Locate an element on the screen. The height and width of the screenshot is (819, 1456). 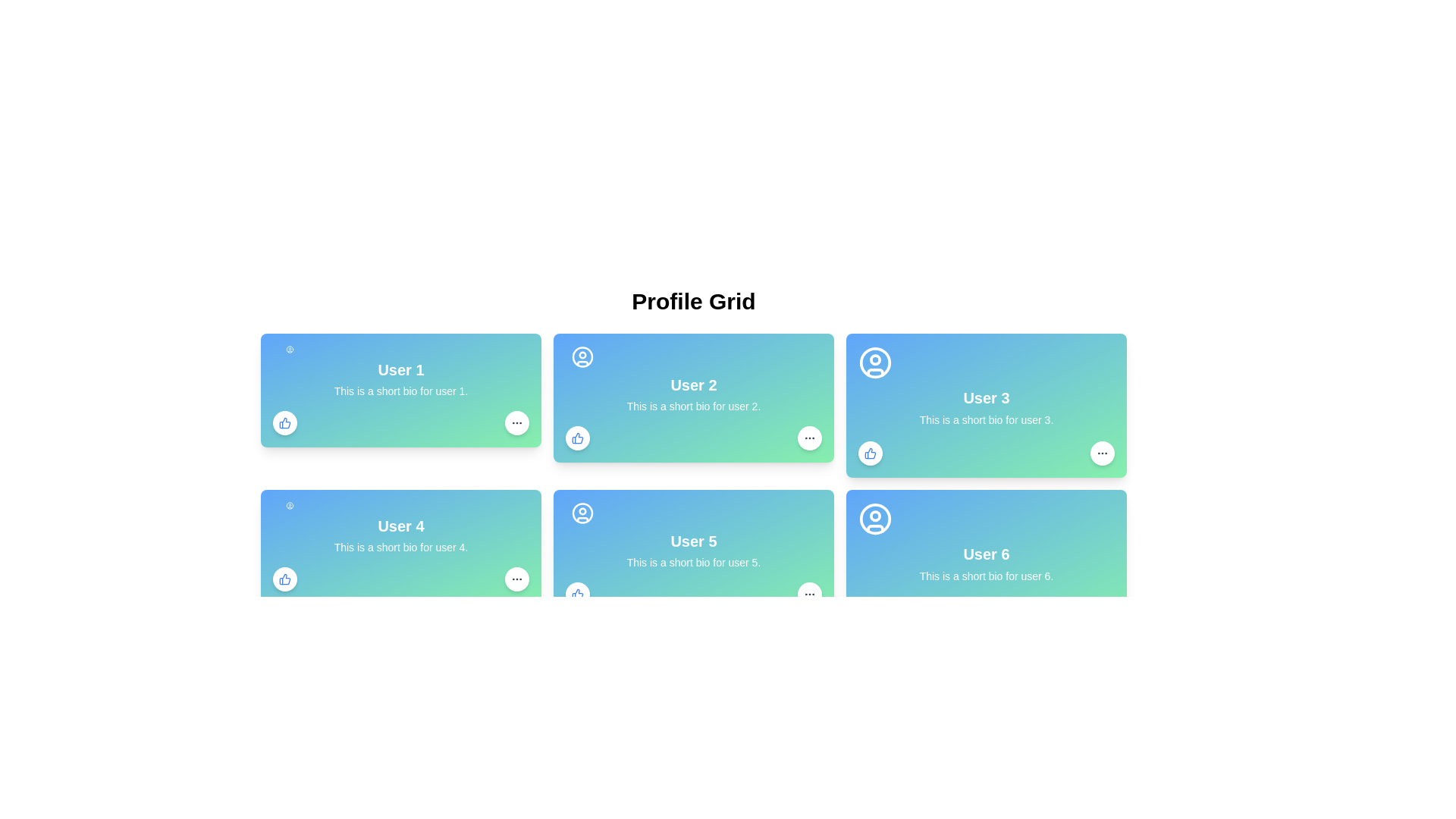
the circular button with three horizontally aligned small gray dots in the bottom-right corner of the 'User 5' profile card is located at coordinates (809, 593).